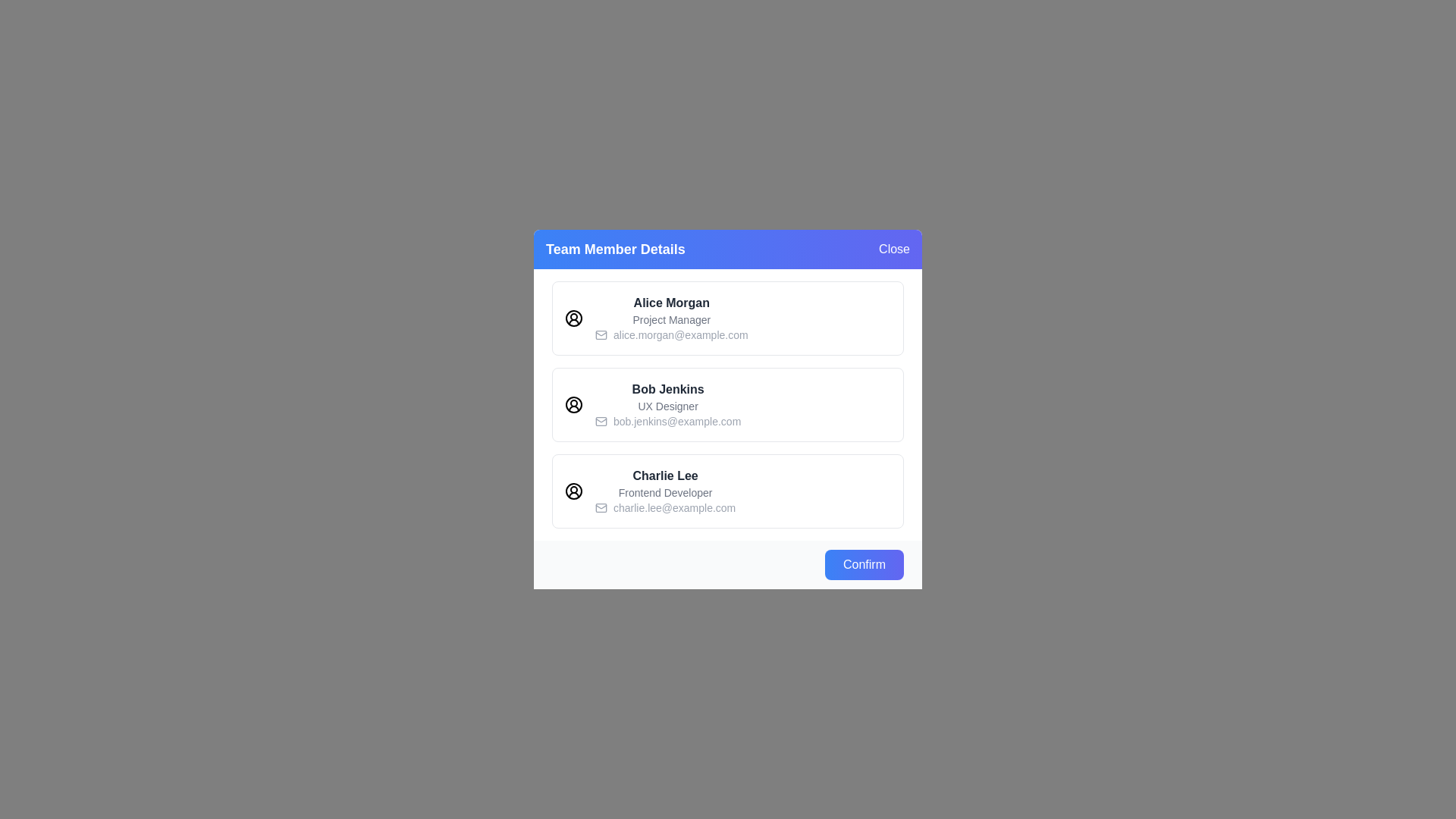  I want to click on the Card item displaying user information for Charlie Lee, so click(665, 491).